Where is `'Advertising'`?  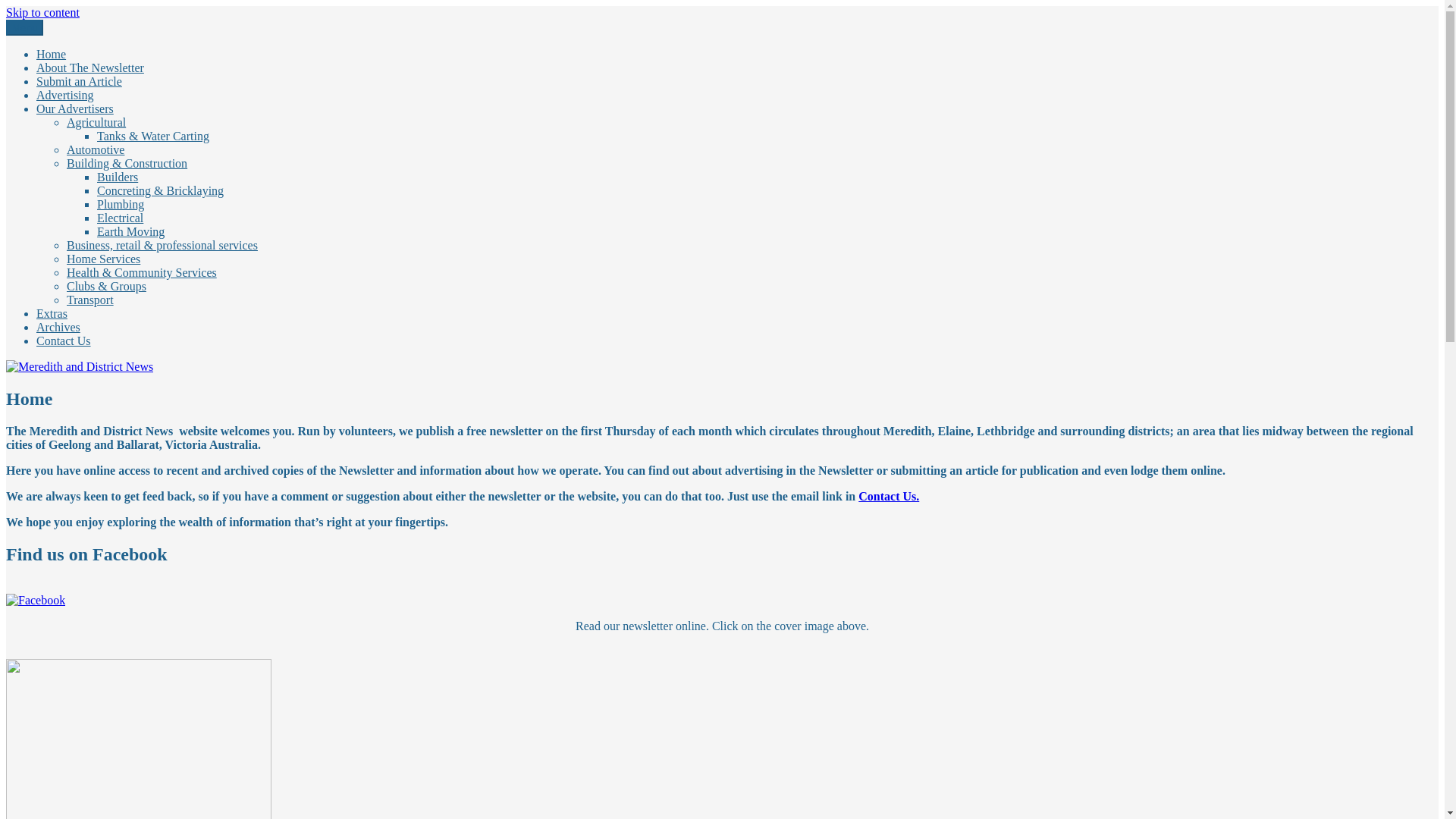 'Advertising' is located at coordinates (36, 95).